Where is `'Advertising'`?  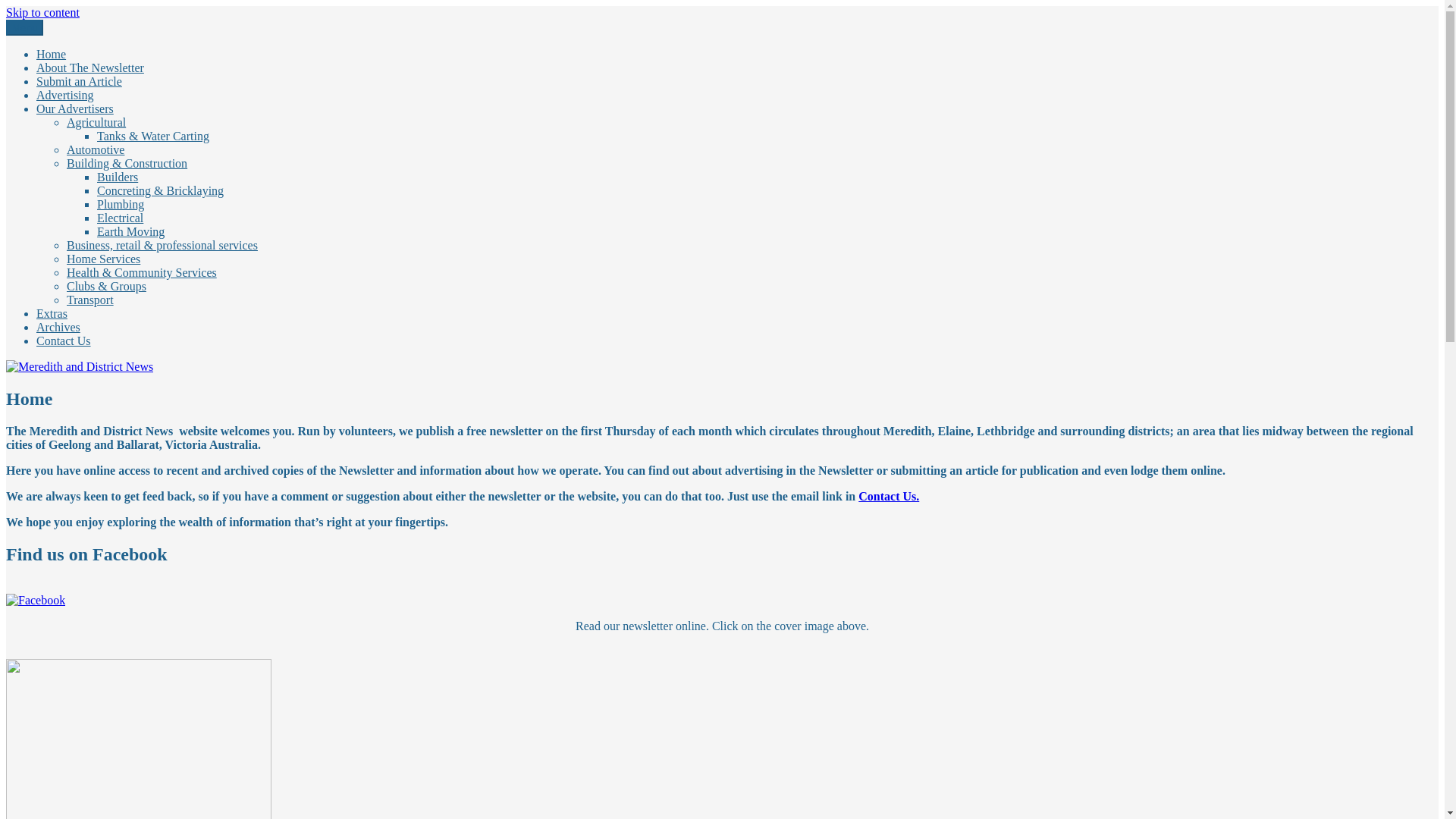 'Advertising' is located at coordinates (36, 95).